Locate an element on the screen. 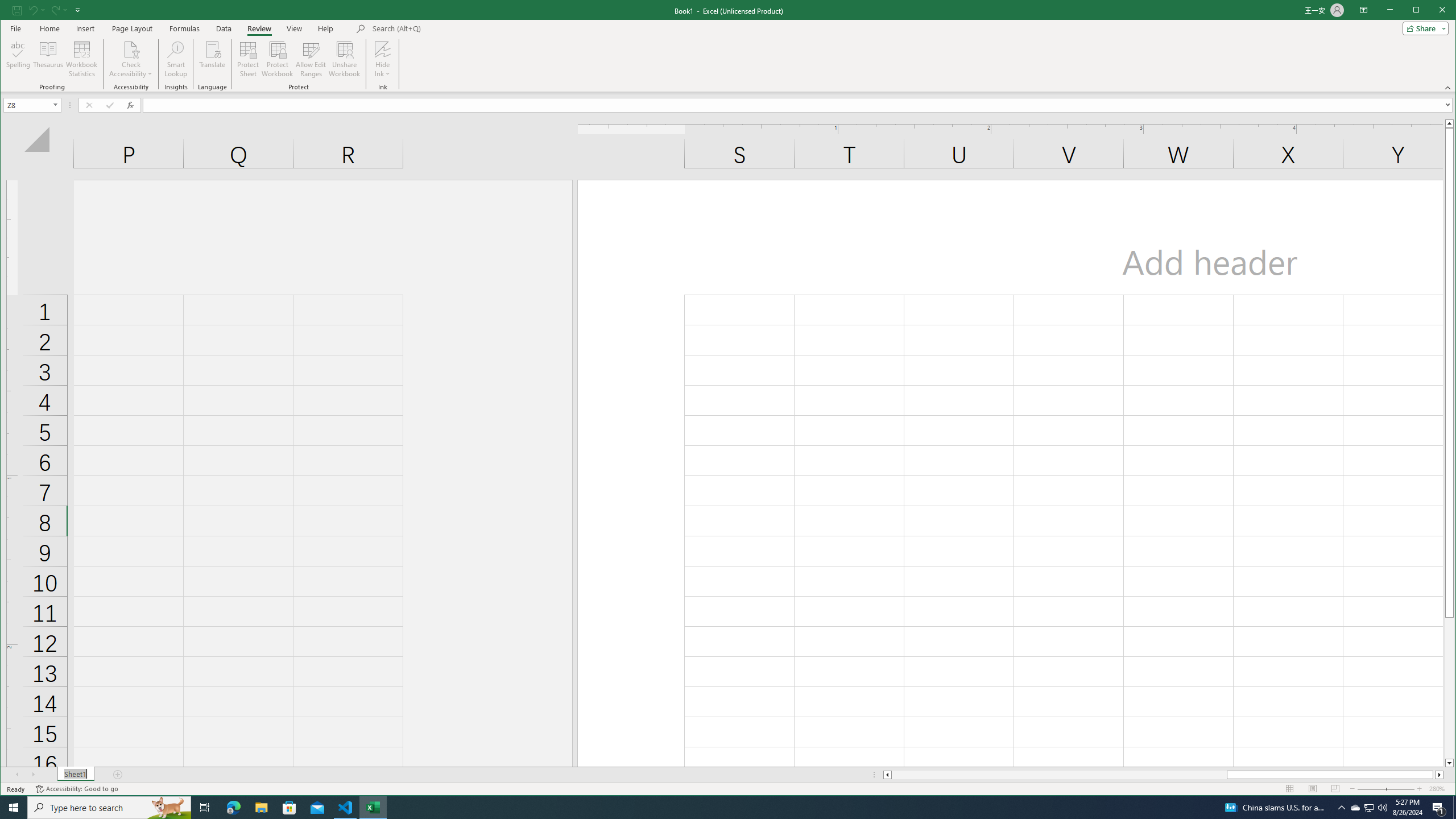 The height and width of the screenshot is (819, 1456). 'File Explorer' is located at coordinates (260, 806).